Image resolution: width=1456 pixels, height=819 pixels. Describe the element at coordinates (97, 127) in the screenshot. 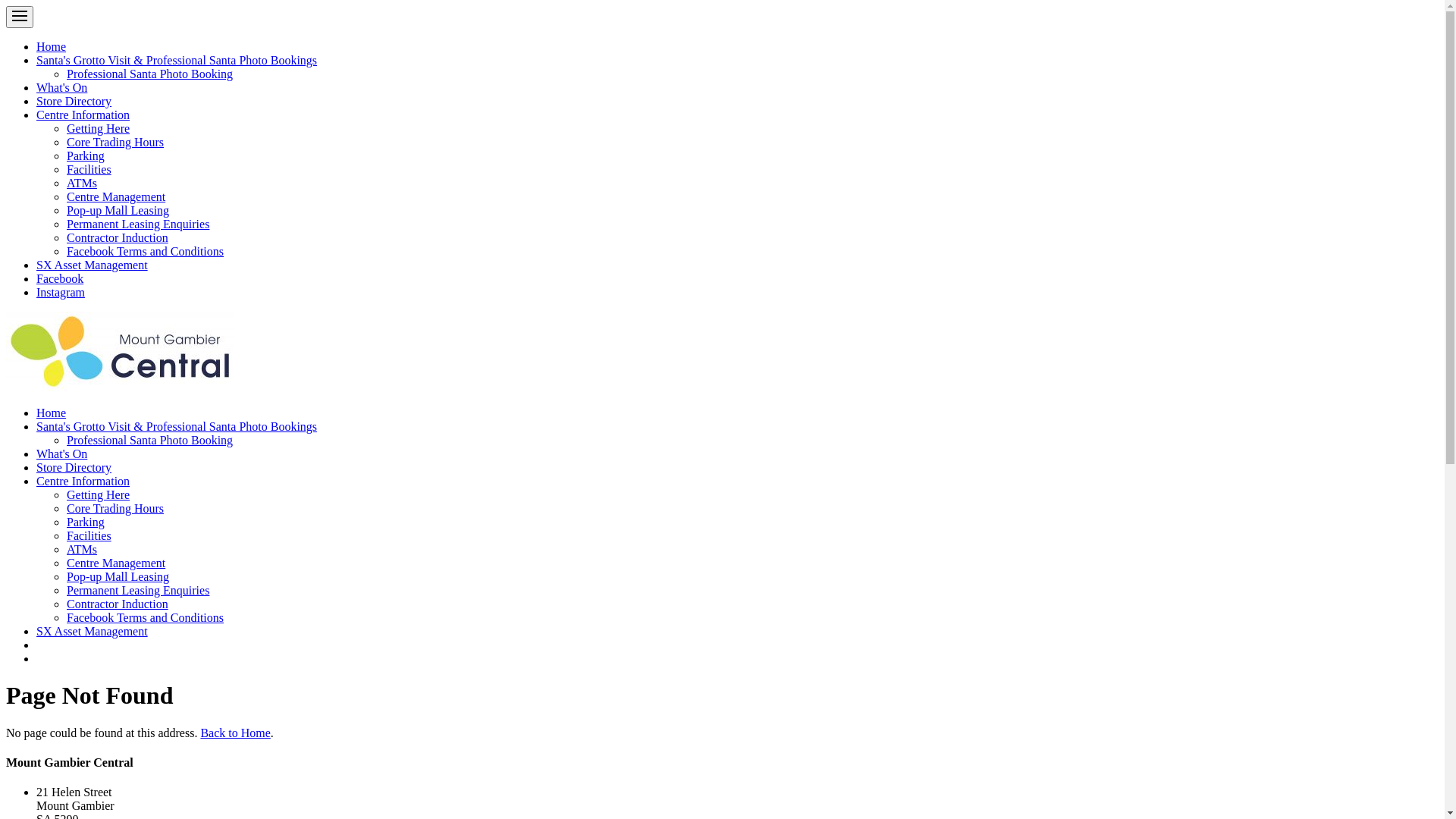

I see `'Getting Here'` at that location.